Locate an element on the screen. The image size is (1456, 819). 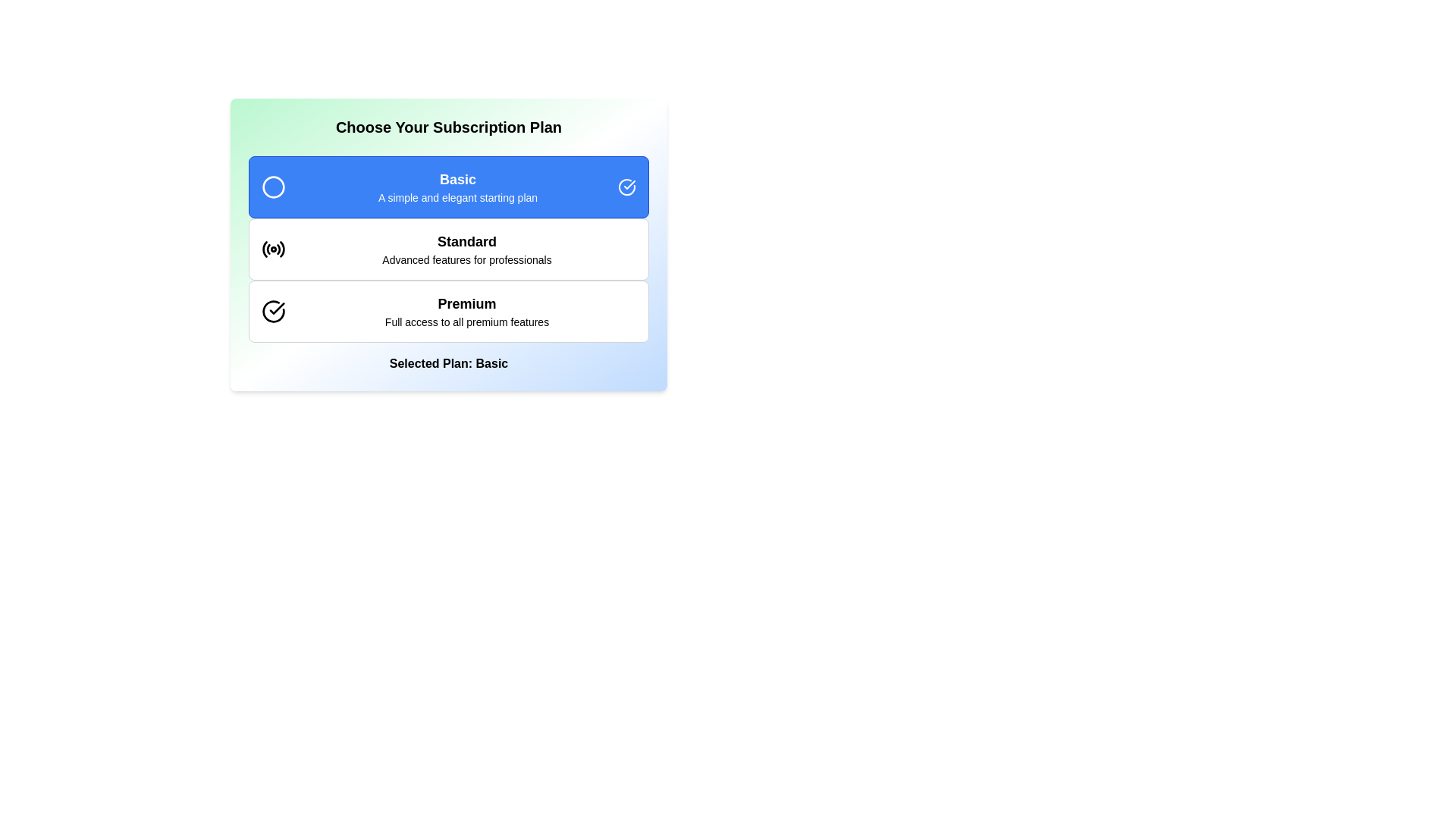
the check mark icon indicating the selected state of the 'Basic' subscription plan, located at the right side of the 'Basic' option in the subscription plan interface is located at coordinates (629, 184).